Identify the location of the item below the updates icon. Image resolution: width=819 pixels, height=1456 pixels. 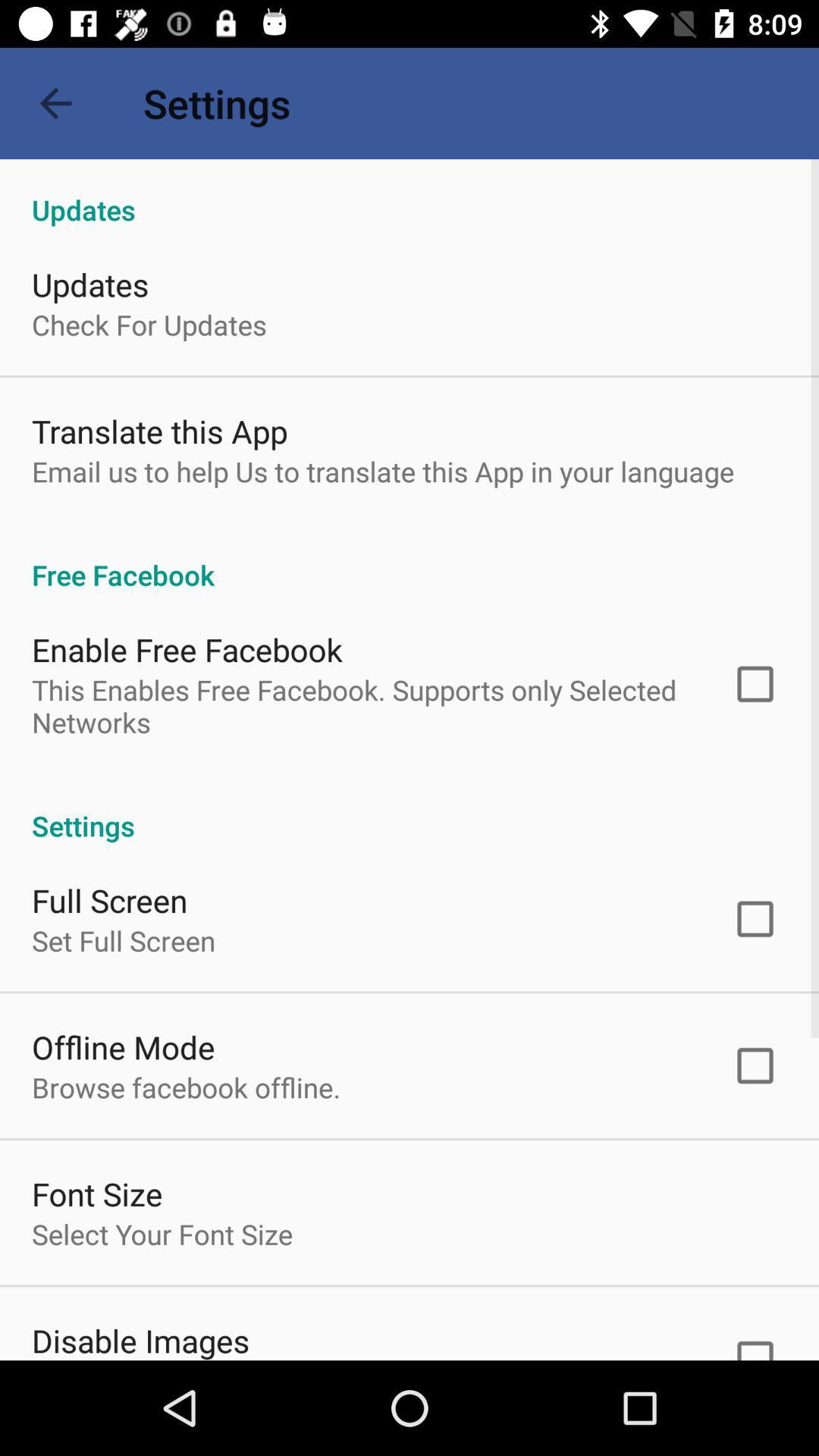
(149, 324).